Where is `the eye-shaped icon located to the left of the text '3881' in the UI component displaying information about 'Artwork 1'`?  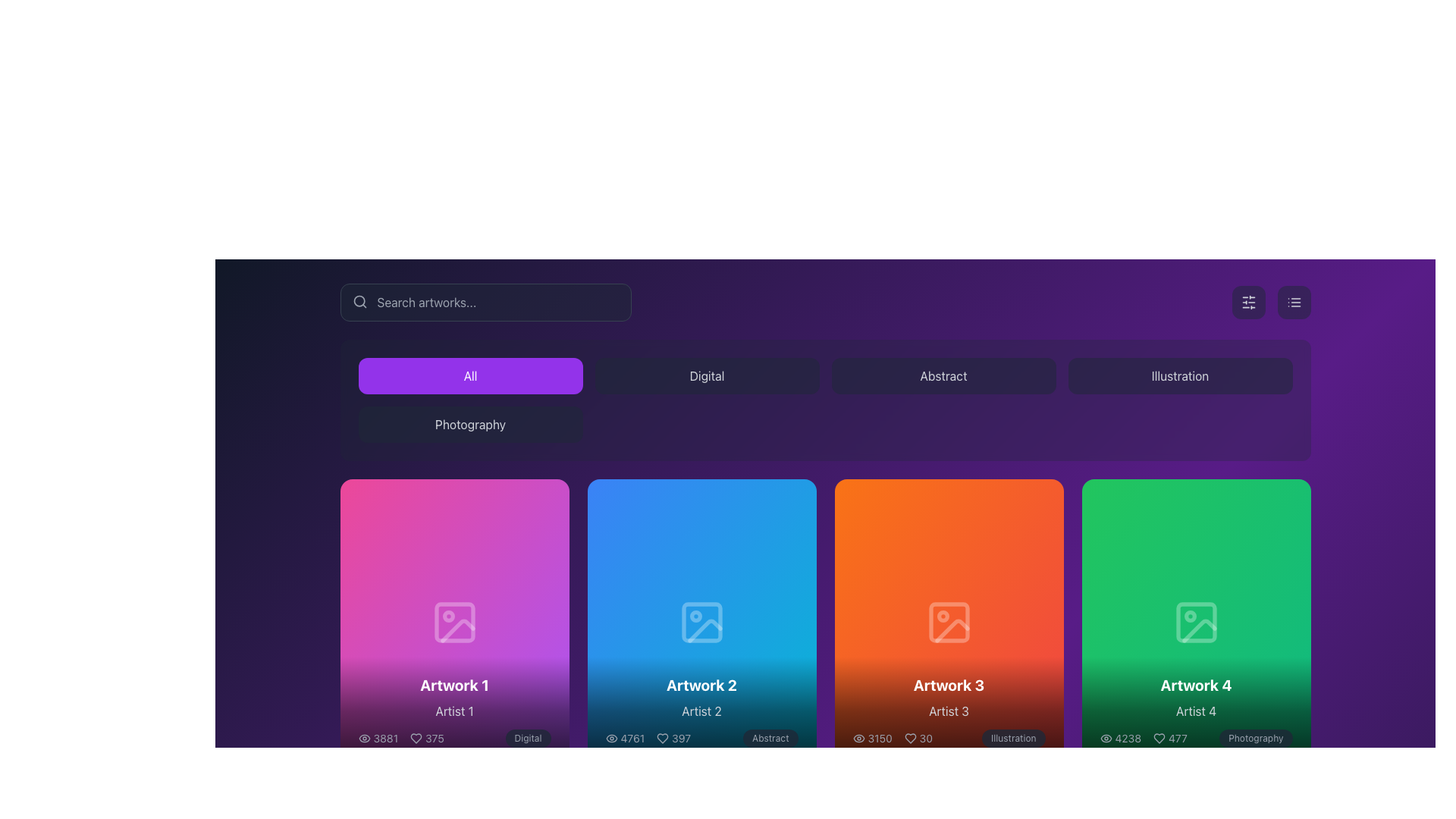 the eye-shaped icon located to the left of the text '3881' in the UI component displaying information about 'Artwork 1' is located at coordinates (364, 737).